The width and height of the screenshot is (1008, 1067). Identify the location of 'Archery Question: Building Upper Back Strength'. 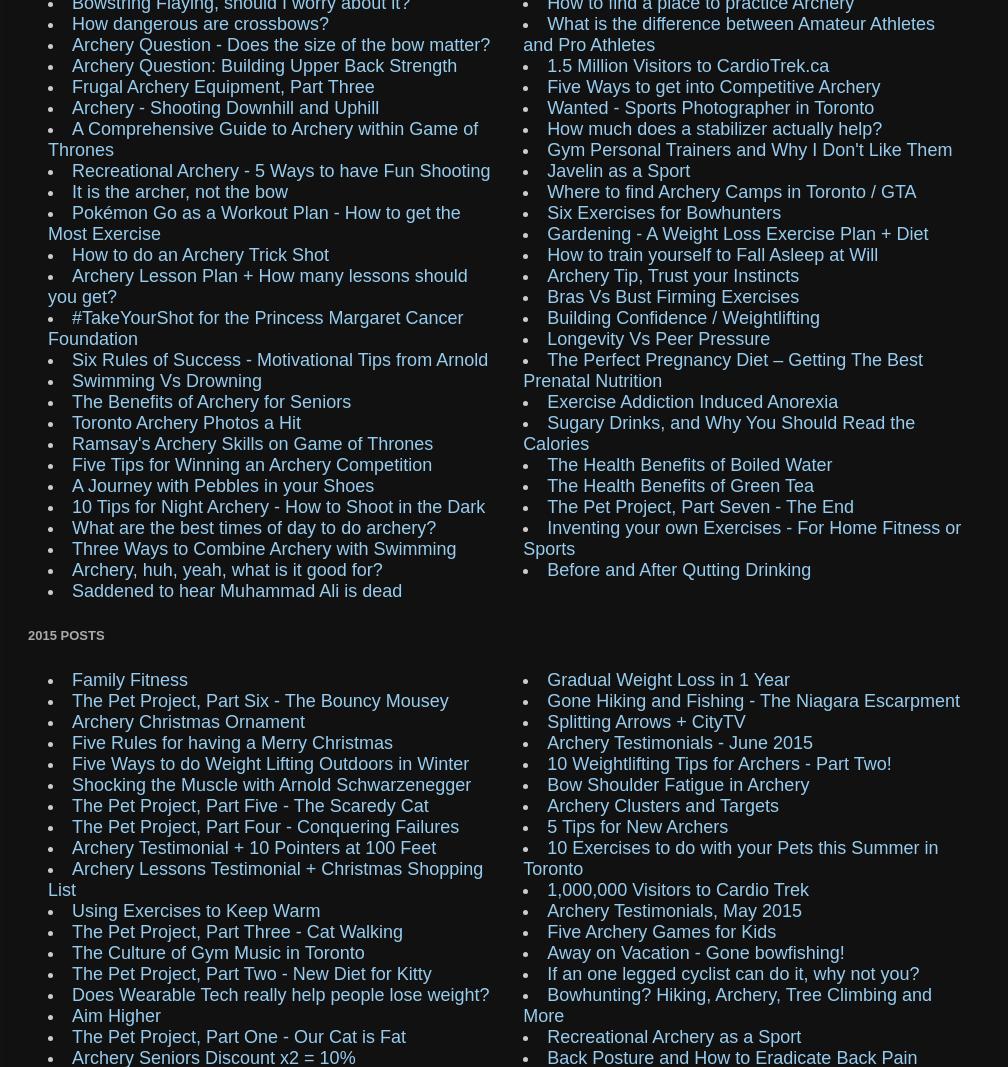
(264, 63).